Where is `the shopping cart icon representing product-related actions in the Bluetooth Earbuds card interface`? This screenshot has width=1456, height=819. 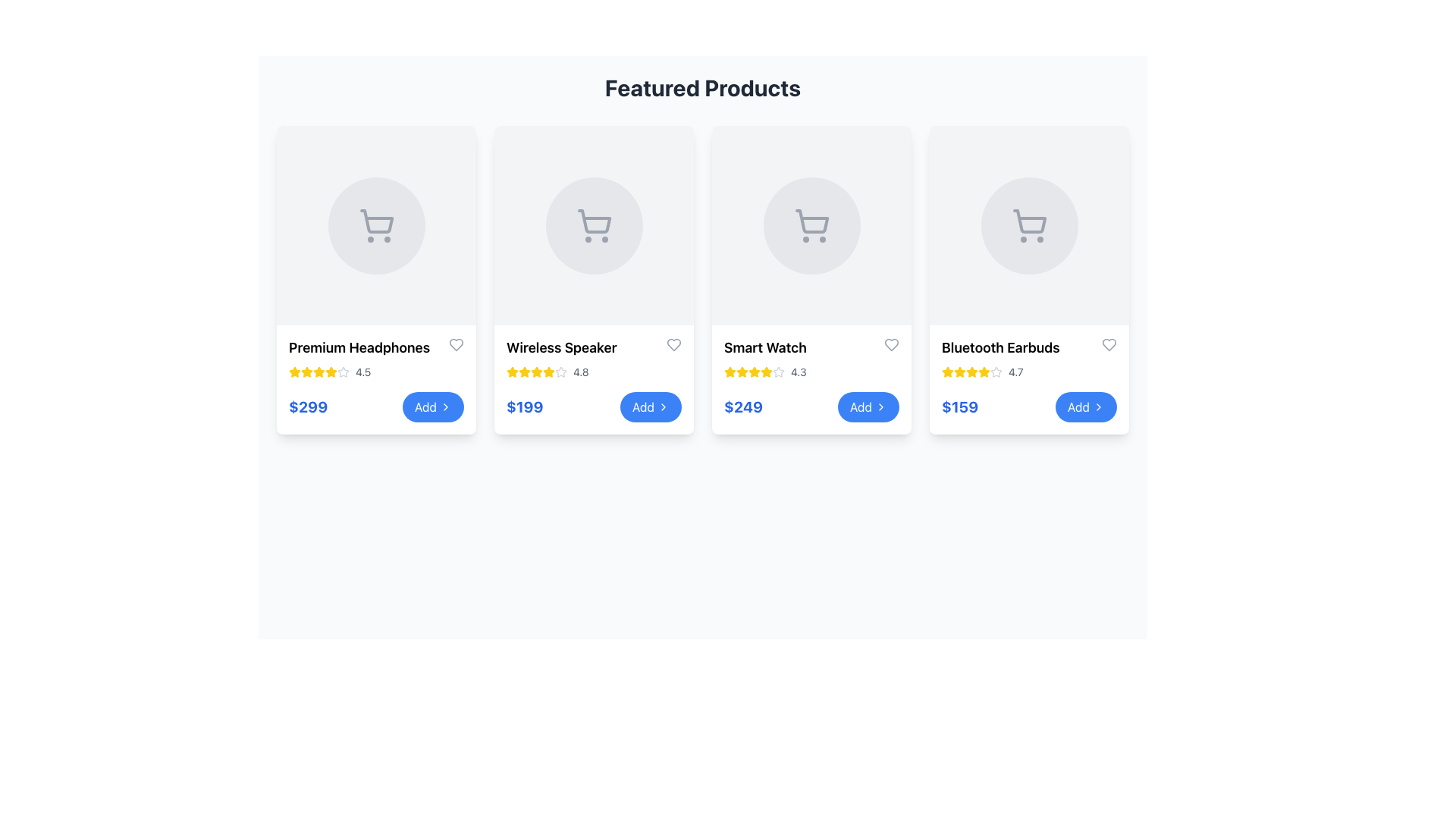 the shopping cart icon representing product-related actions in the Bluetooth Earbuds card interface is located at coordinates (1029, 225).